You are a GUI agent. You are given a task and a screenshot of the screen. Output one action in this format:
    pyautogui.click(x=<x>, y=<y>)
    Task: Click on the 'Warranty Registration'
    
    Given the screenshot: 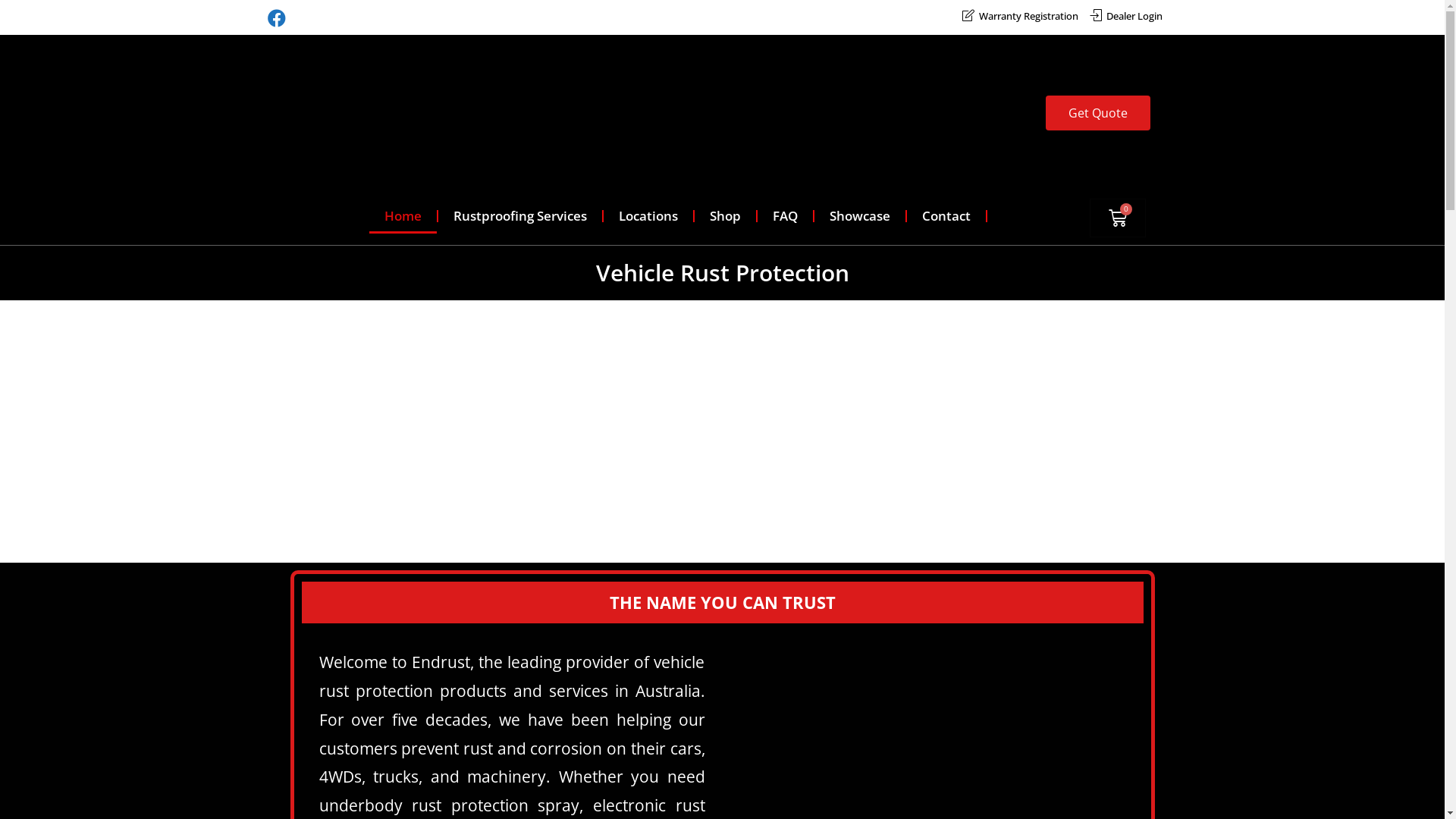 What is the action you would take?
    pyautogui.click(x=1019, y=16)
    